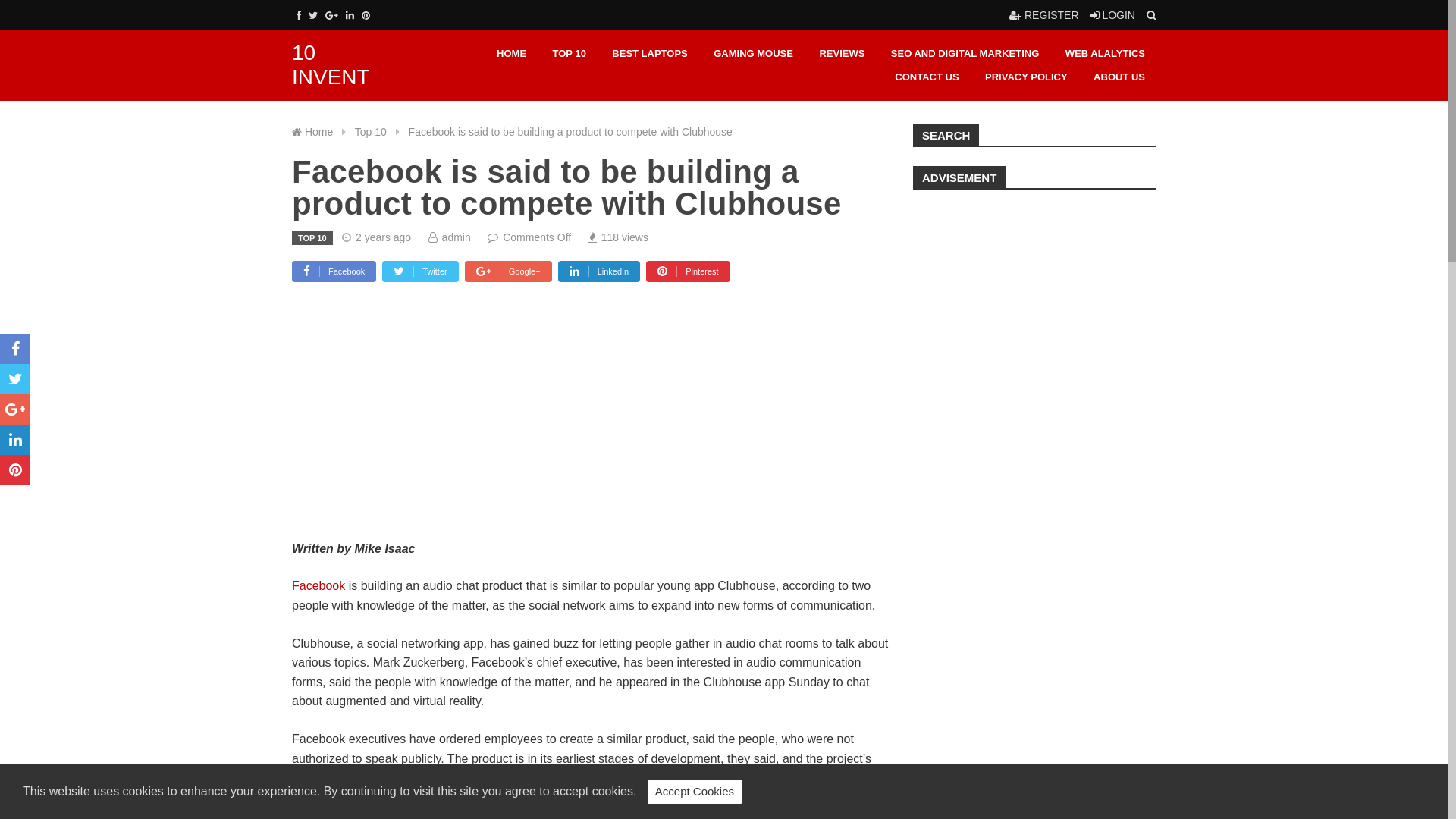 Image resolution: width=1456 pixels, height=819 pixels. What do you see at coordinates (1105, 53) in the screenshot?
I see `'WEB ALALYTICS'` at bounding box center [1105, 53].